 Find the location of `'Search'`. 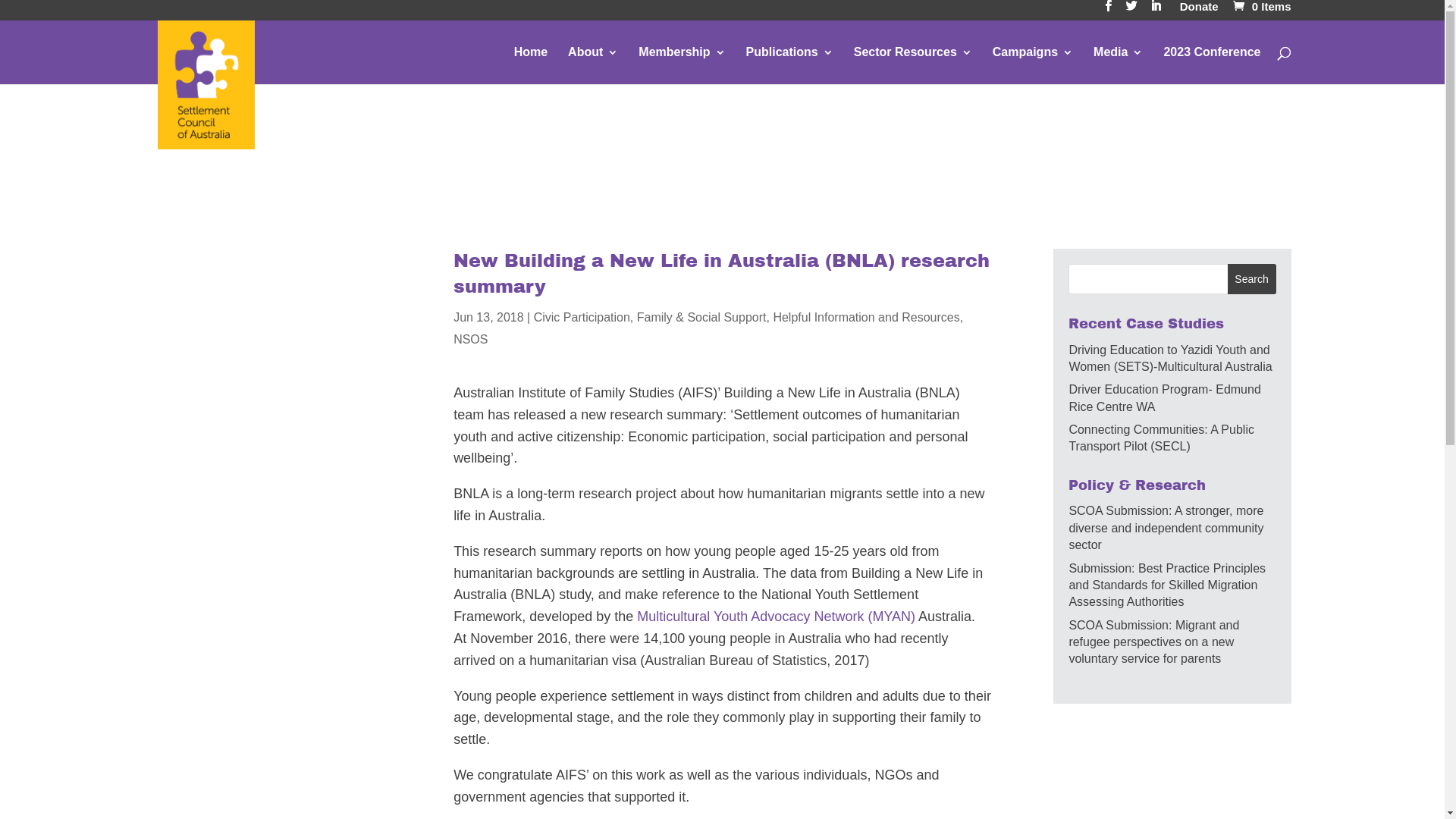

'Search' is located at coordinates (1252, 278).